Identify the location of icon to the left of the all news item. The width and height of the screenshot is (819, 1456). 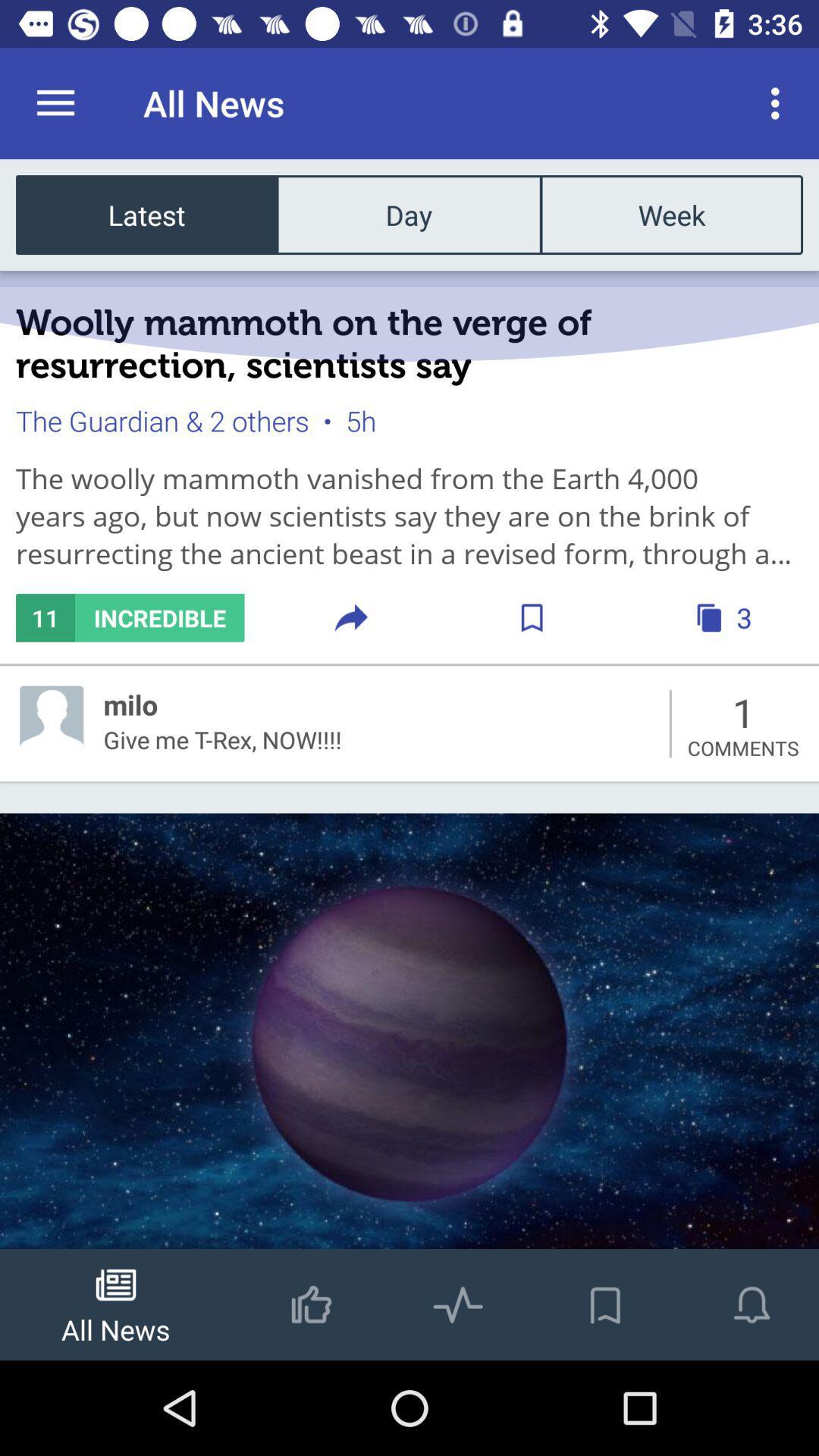
(55, 102).